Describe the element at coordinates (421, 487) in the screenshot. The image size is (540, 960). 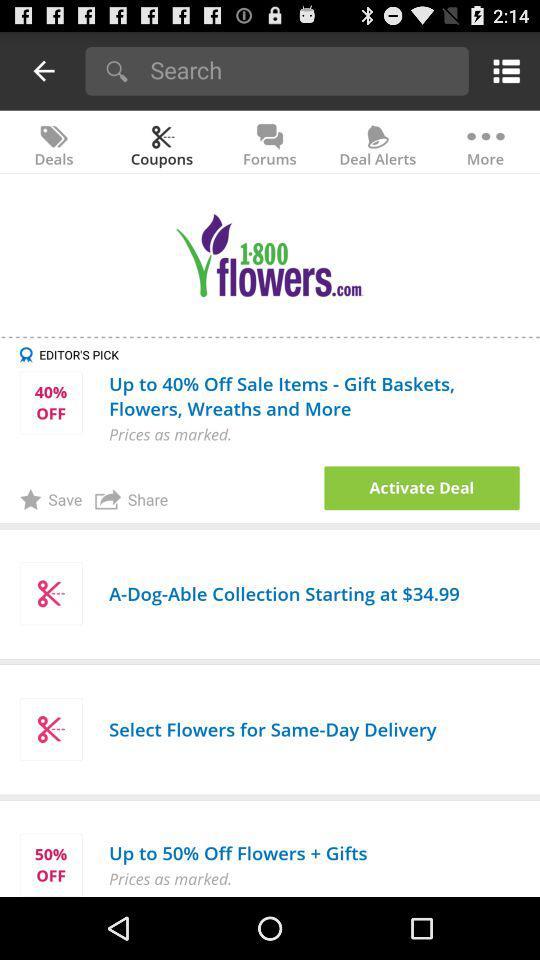
I see `activate the shown deal` at that location.